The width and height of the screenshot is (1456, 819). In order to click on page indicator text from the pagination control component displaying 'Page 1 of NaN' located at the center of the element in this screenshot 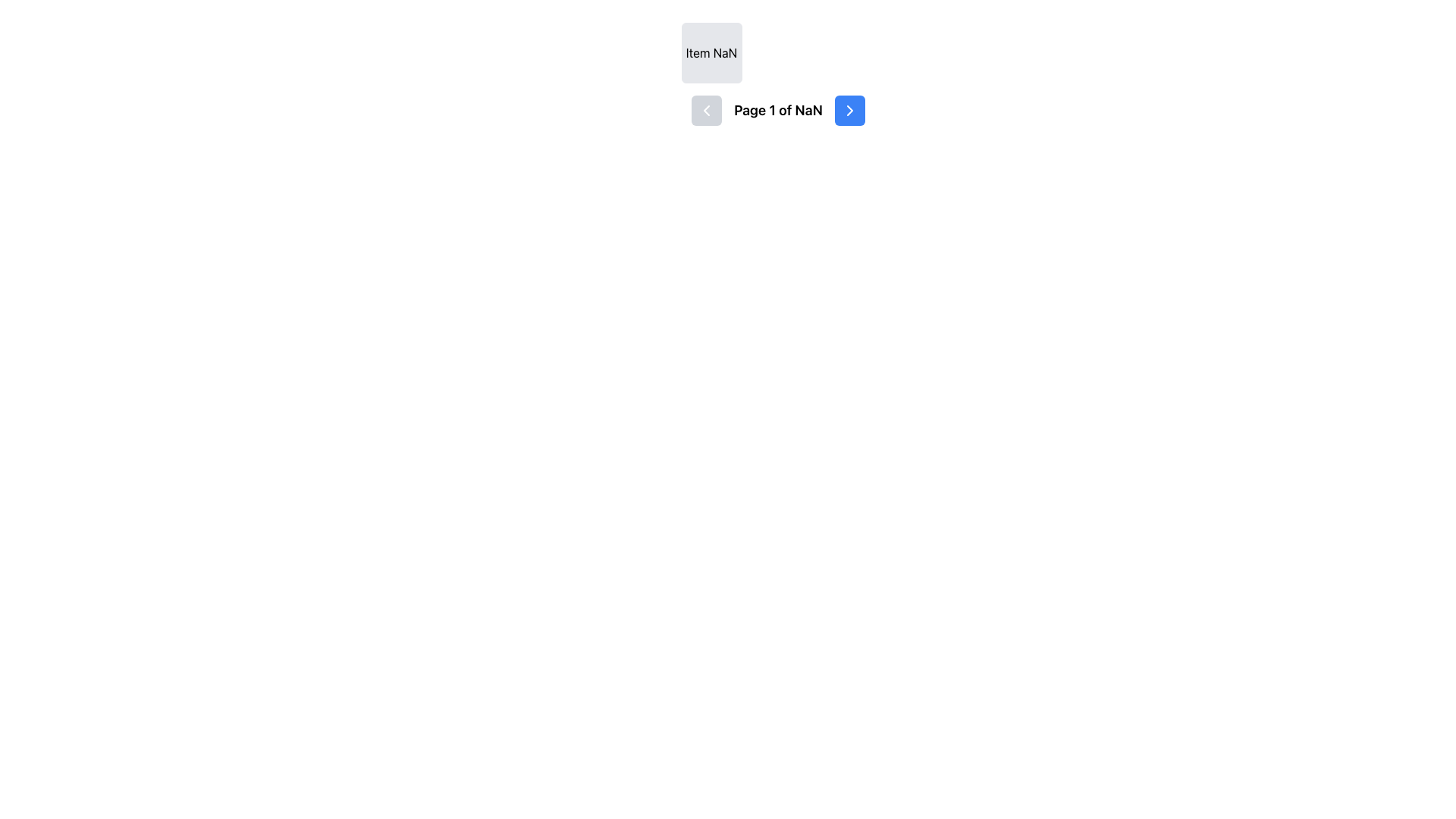, I will do `click(778, 110)`.